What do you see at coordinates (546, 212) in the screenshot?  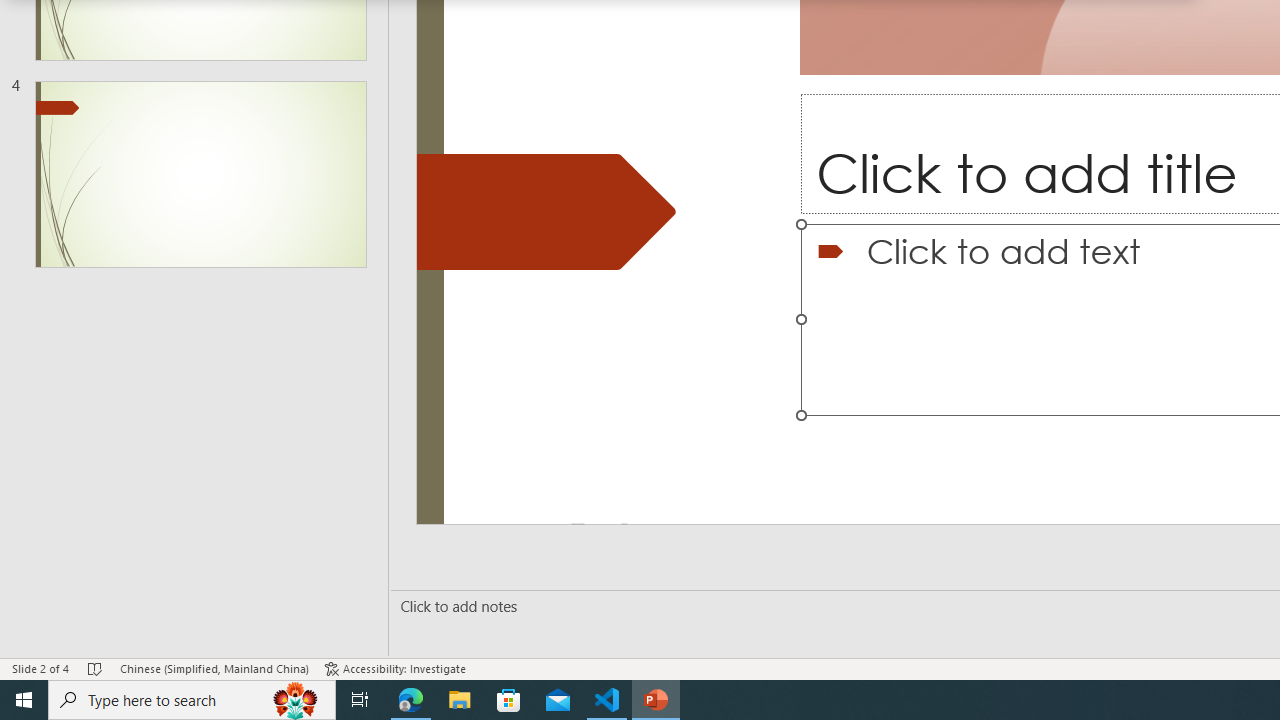 I see `'Decorative Locked'` at bounding box center [546, 212].